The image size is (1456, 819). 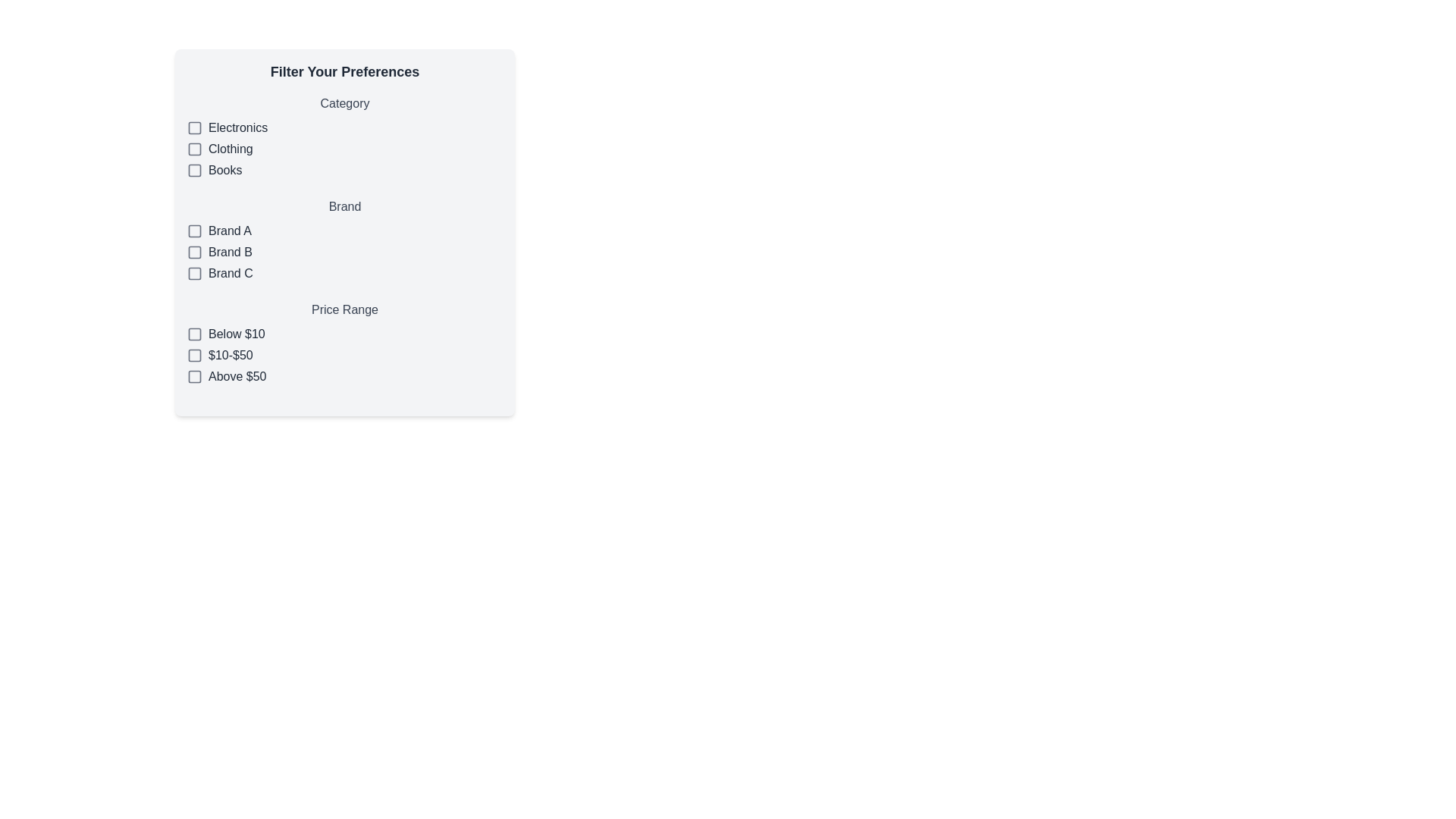 What do you see at coordinates (344, 207) in the screenshot?
I see `the header text label that serves as a title for the list of brand options, located in the middle of the form interface under the 'Category' section` at bounding box center [344, 207].